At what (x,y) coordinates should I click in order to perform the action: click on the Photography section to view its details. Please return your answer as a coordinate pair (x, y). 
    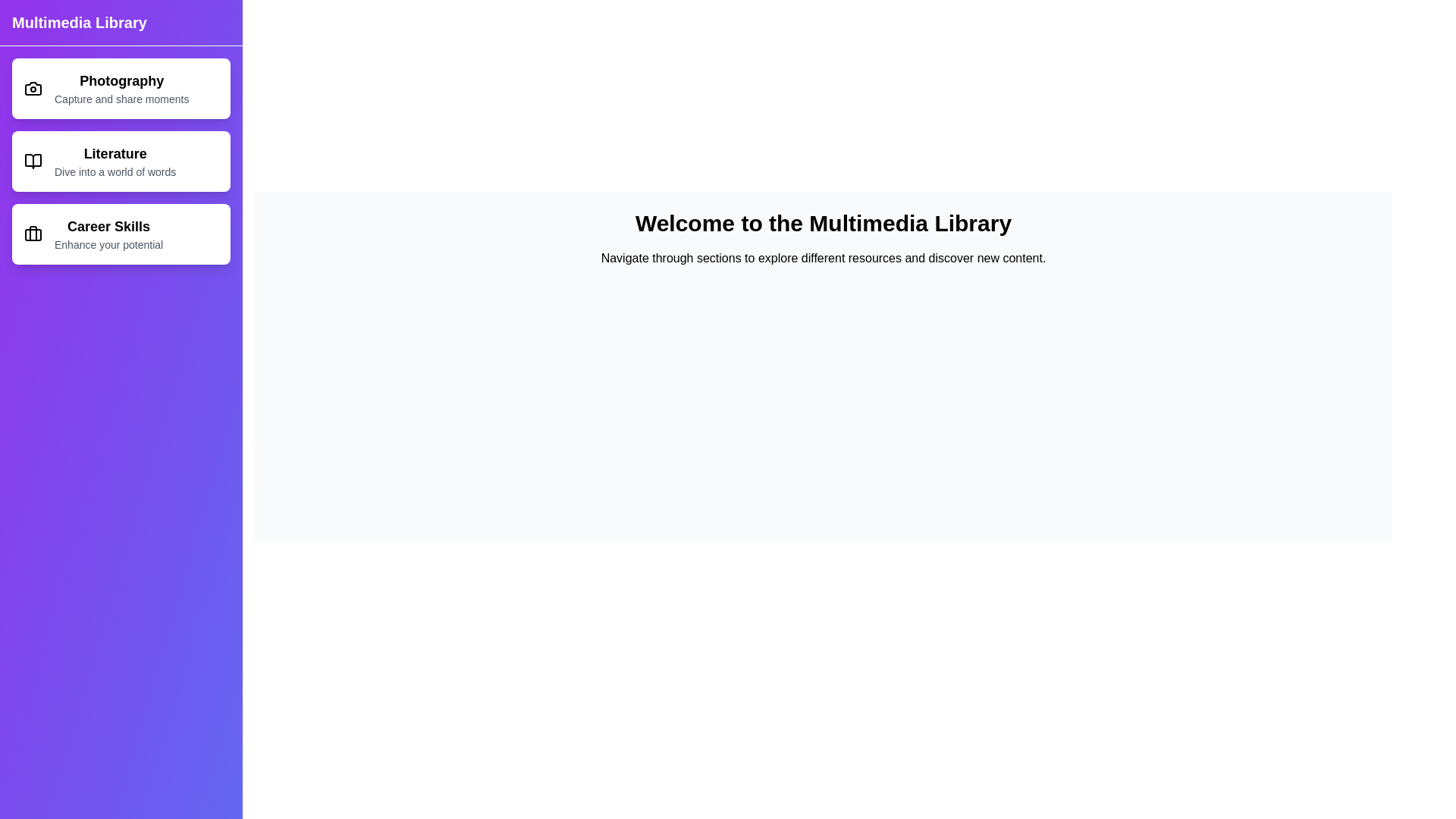
    Looking at the image, I should click on (120, 88).